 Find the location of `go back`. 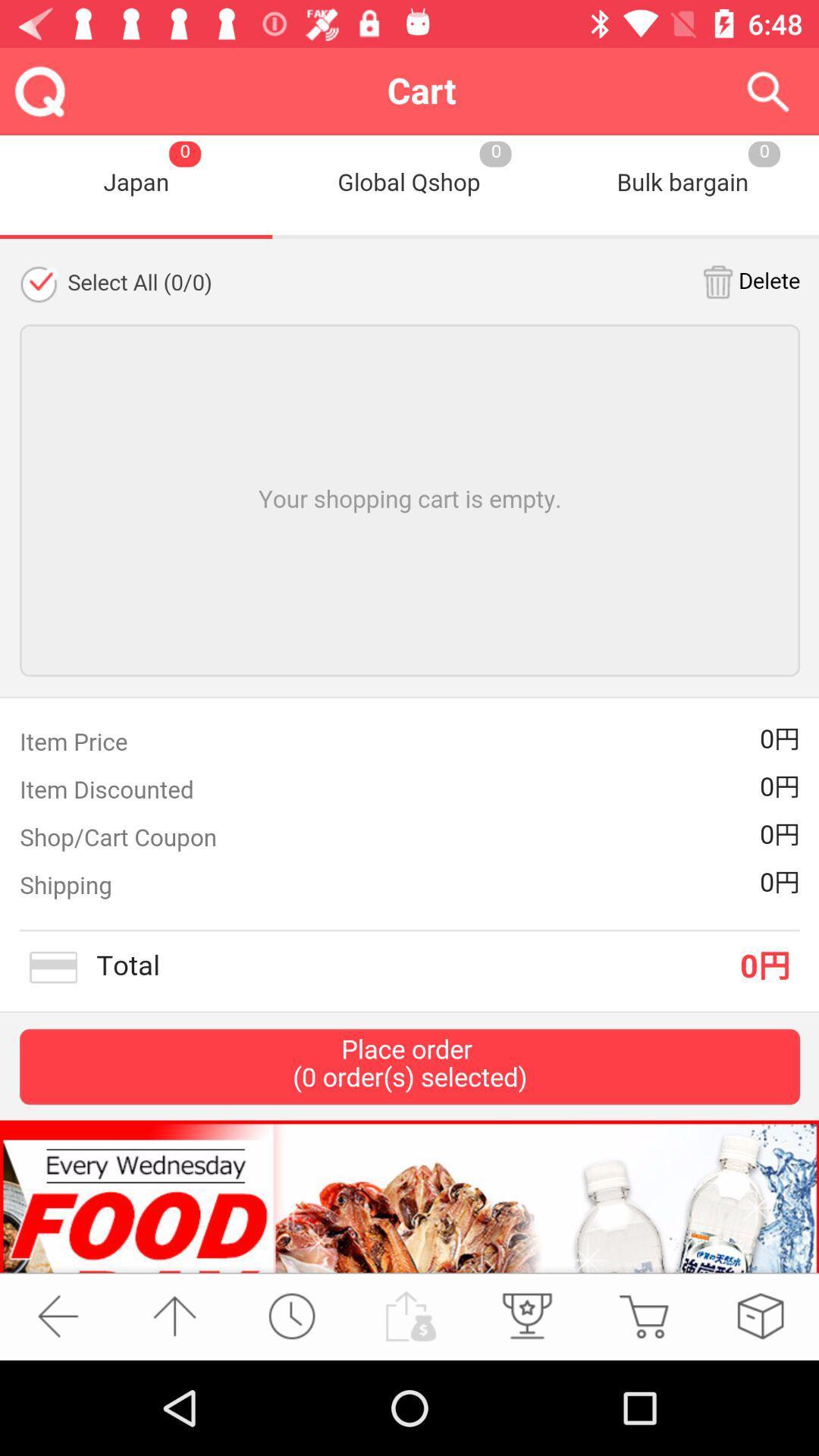

go back is located at coordinates (57, 1315).